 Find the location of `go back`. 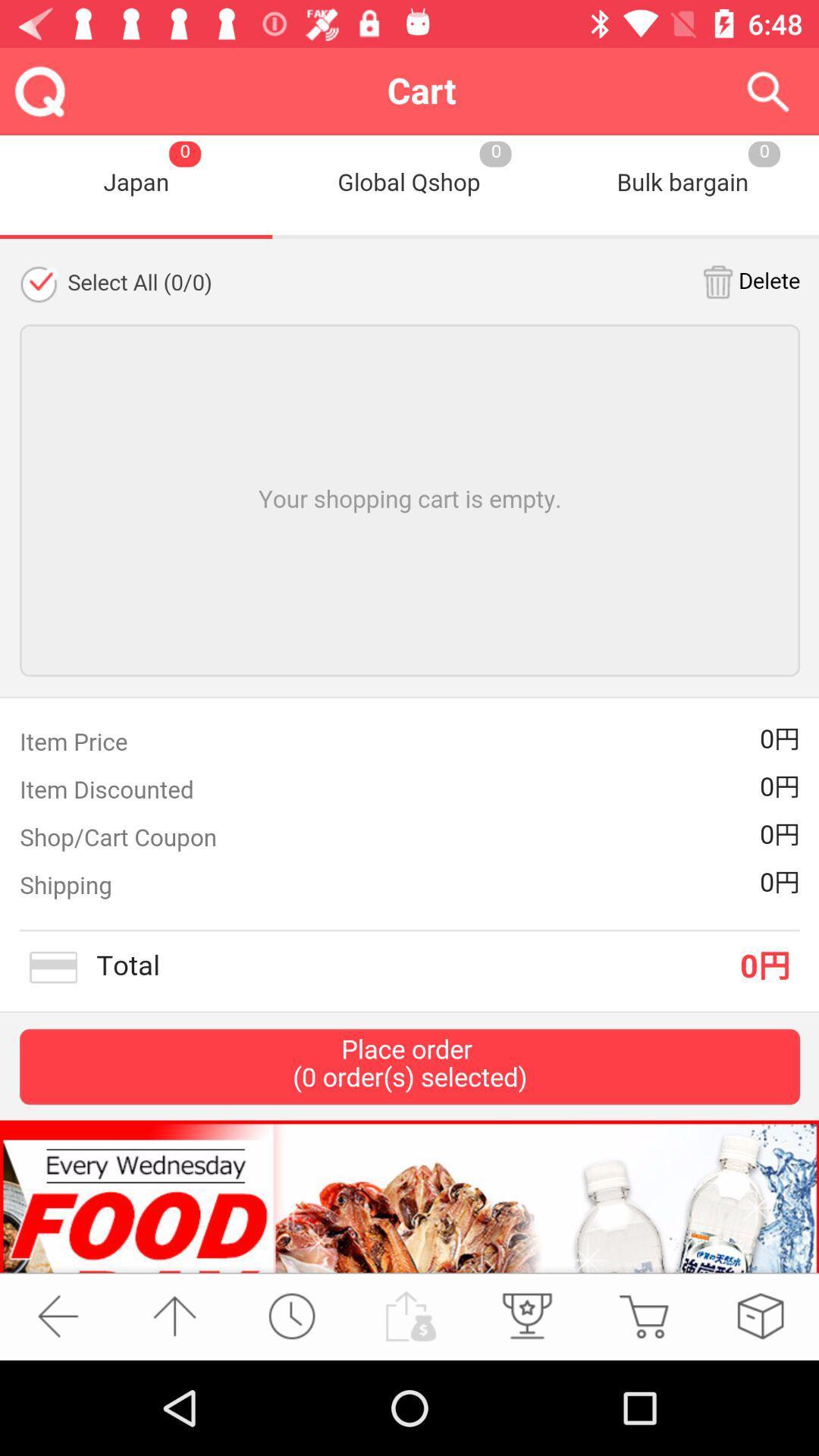

go back is located at coordinates (57, 1315).